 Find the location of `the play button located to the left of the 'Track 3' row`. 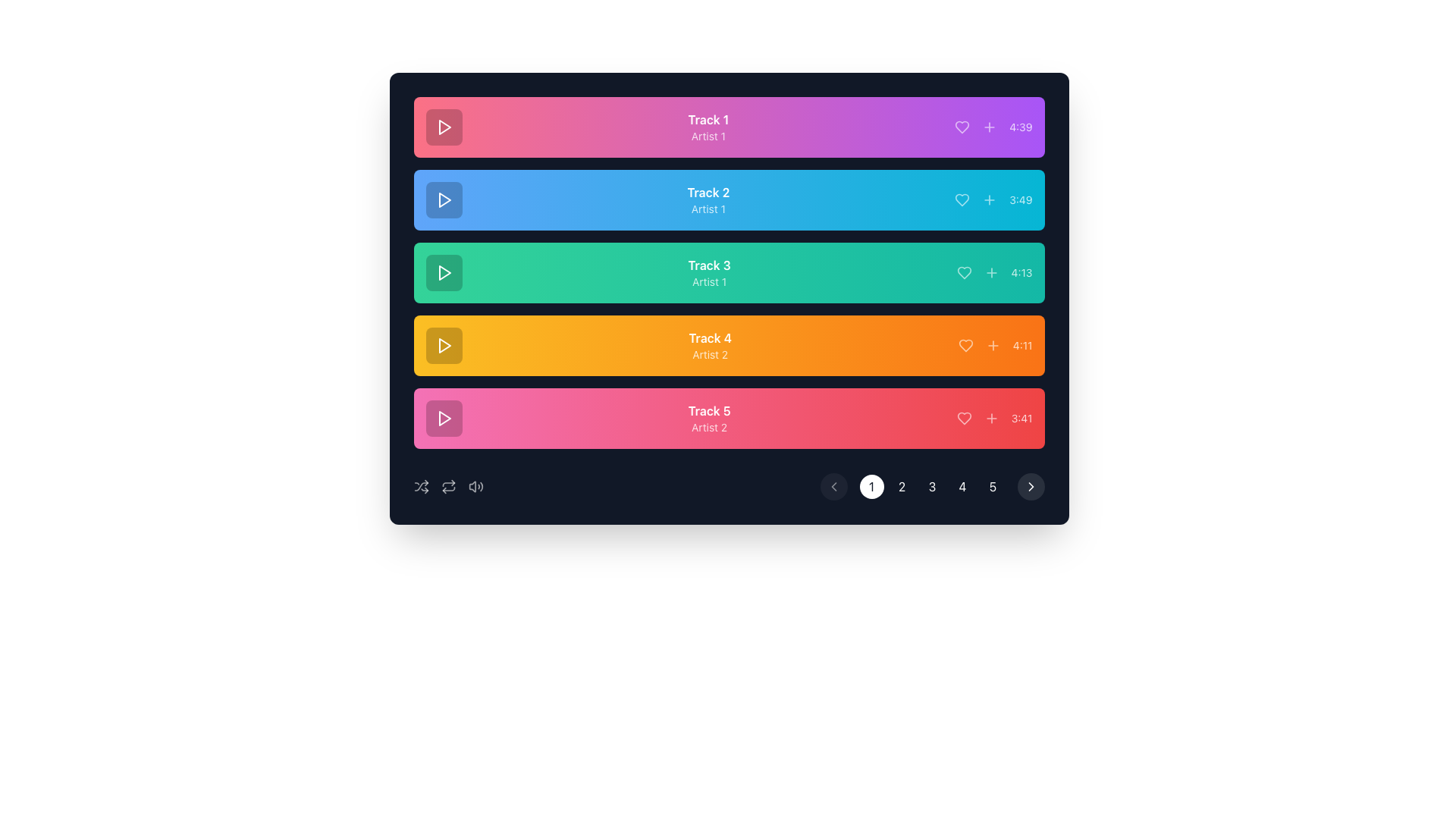

the play button located to the left of the 'Track 3' row is located at coordinates (443, 271).